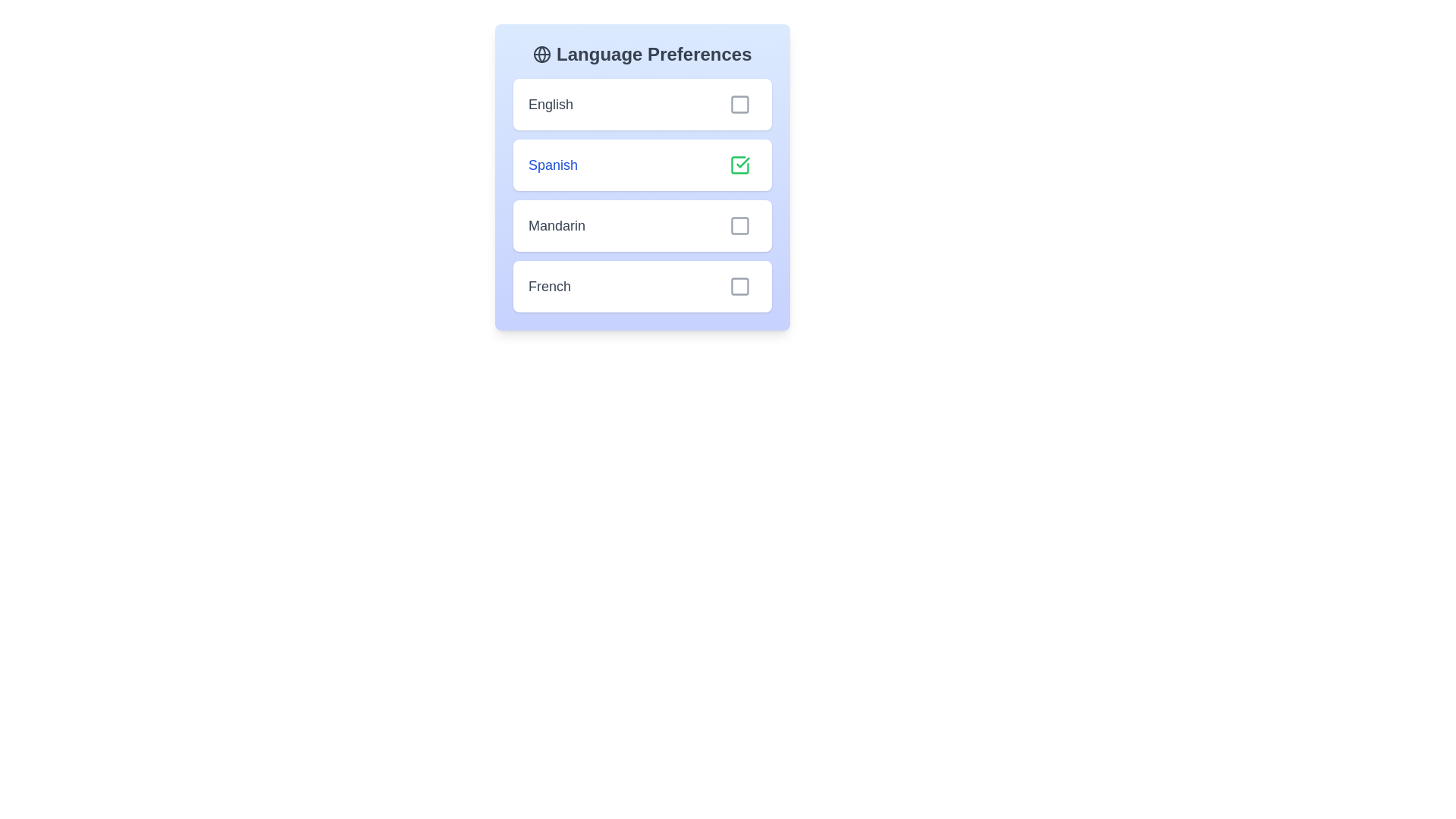 This screenshot has height=819, width=1456. What do you see at coordinates (550, 104) in the screenshot?
I see `the 'English' language option label located in the first row under the 'Language Preferences' header, adjacent to the toggle control` at bounding box center [550, 104].